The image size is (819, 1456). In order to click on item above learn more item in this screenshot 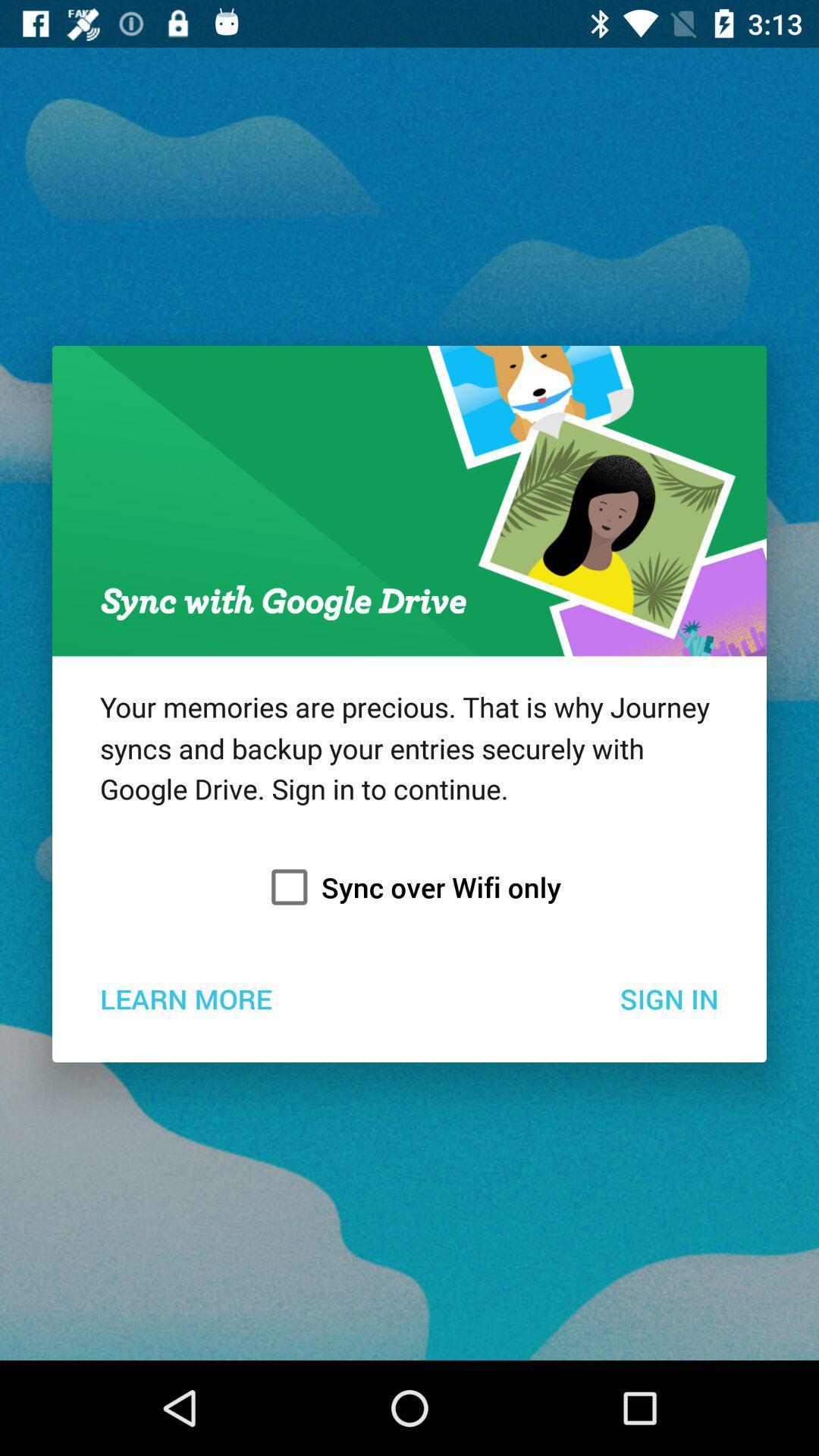, I will do `click(409, 887)`.